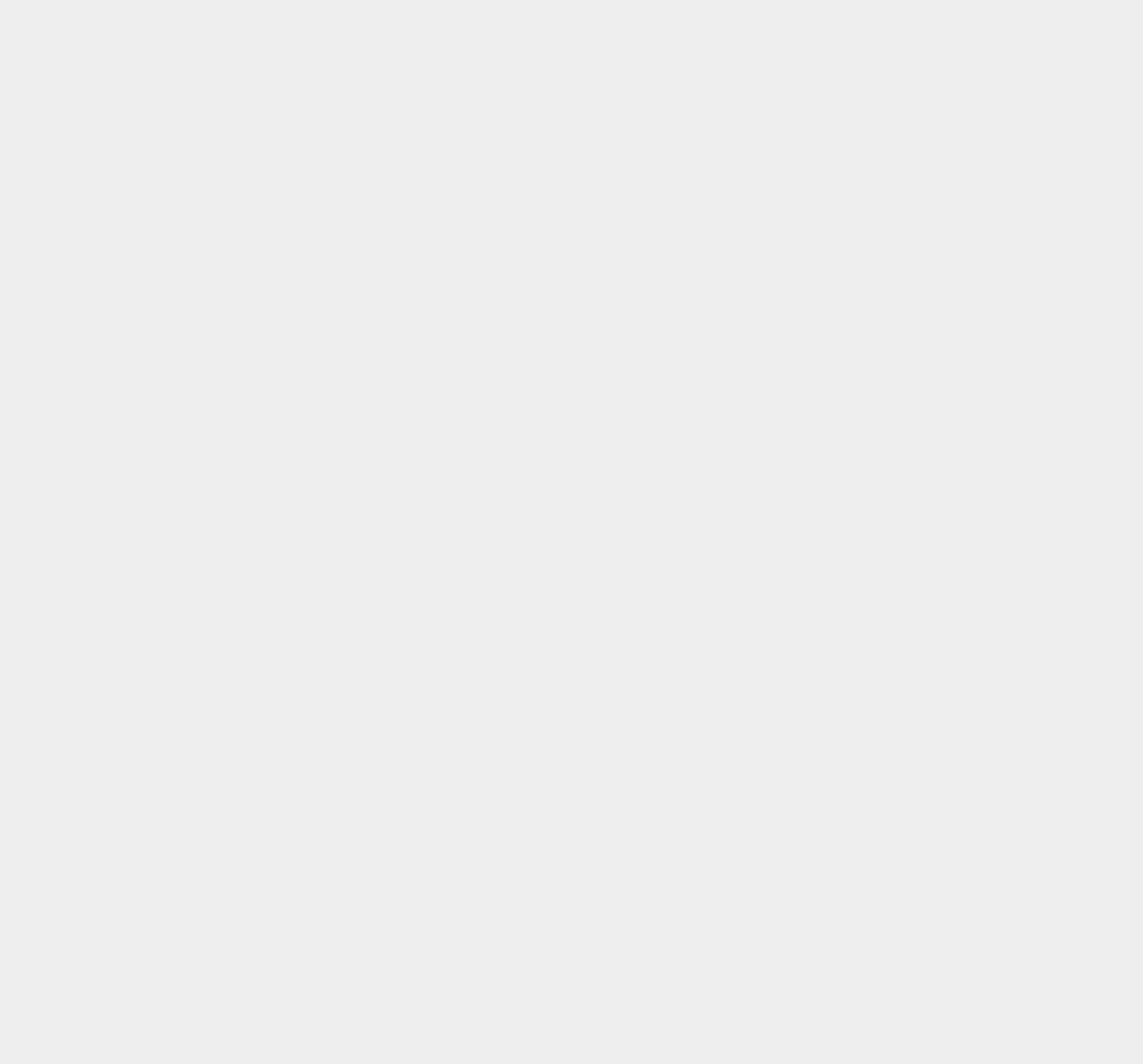 The width and height of the screenshot is (1143, 1064). Describe the element at coordinates (807, 812) in the screenshot. I see `'Google Analytics'` at that location.